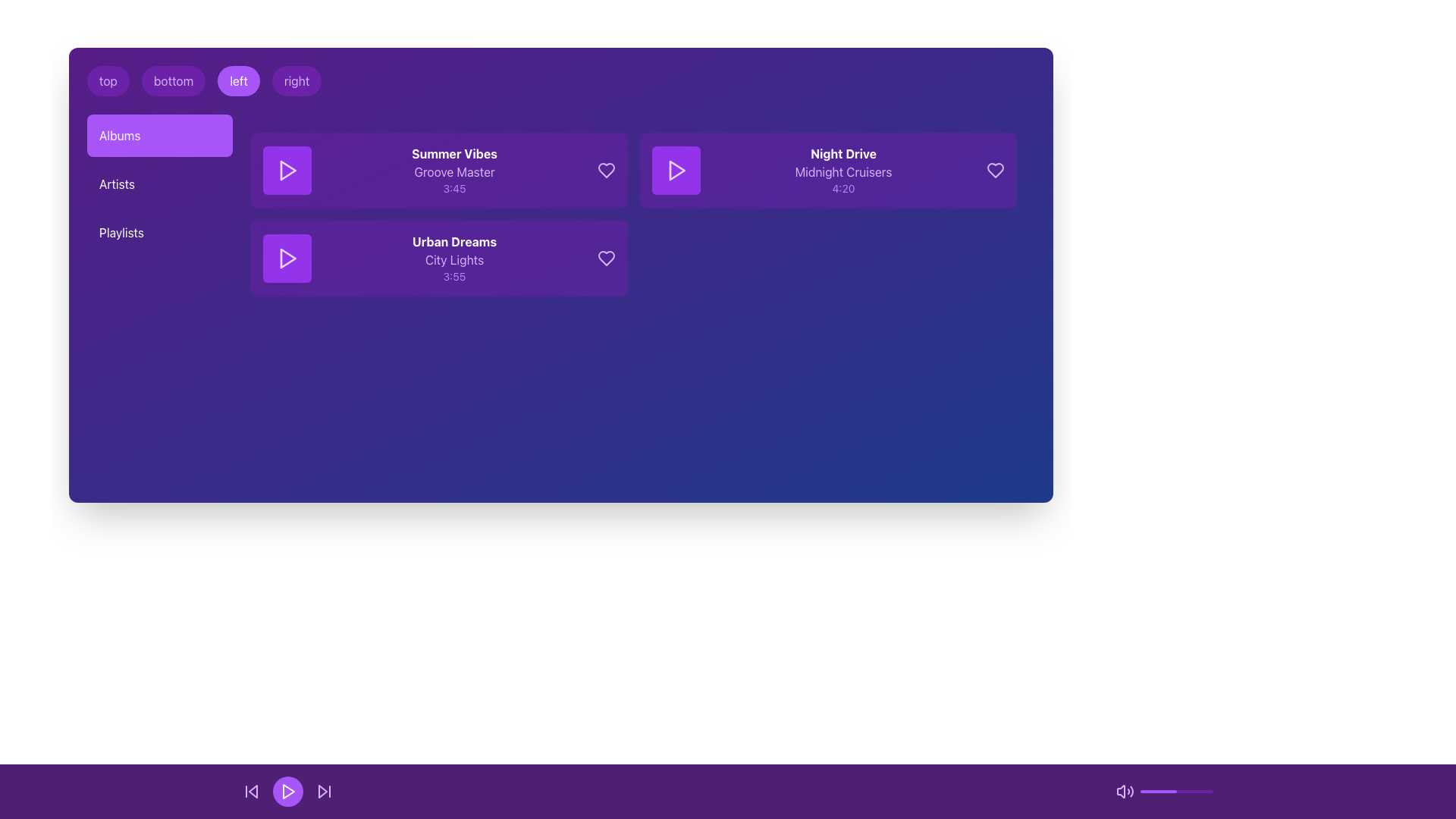  Describe the element at coordinates (676, 170) in the screenshot. I see `the triangular play icon with a purple outline located in the top-right part of the interface within the square button associated with the 'Night Drive' track` at that location.